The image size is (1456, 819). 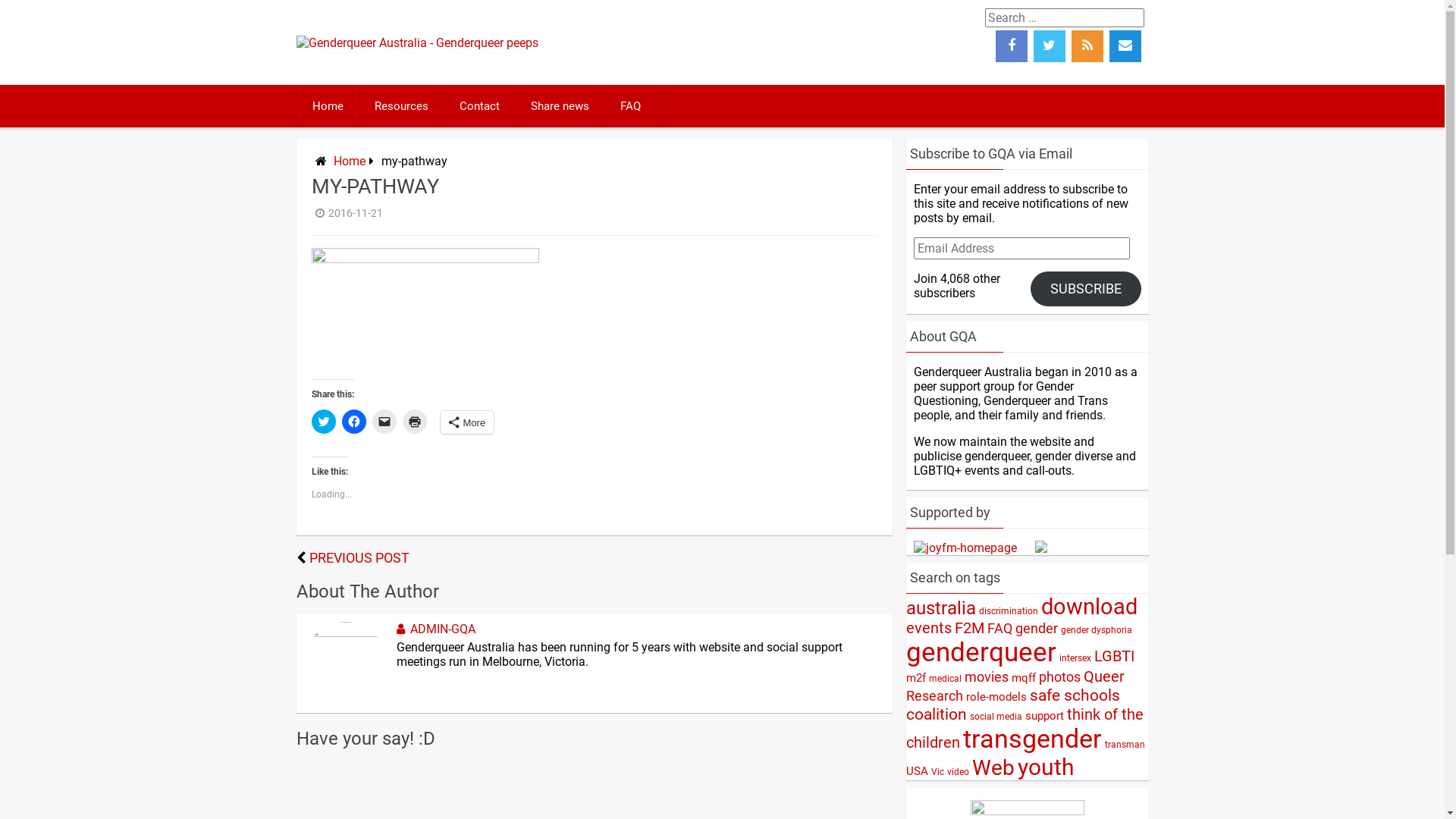 What do you see at coordinates (1095, 629) in the screenshot?
I see `'gender dysphoria'` at bounding box center [1095, 629].